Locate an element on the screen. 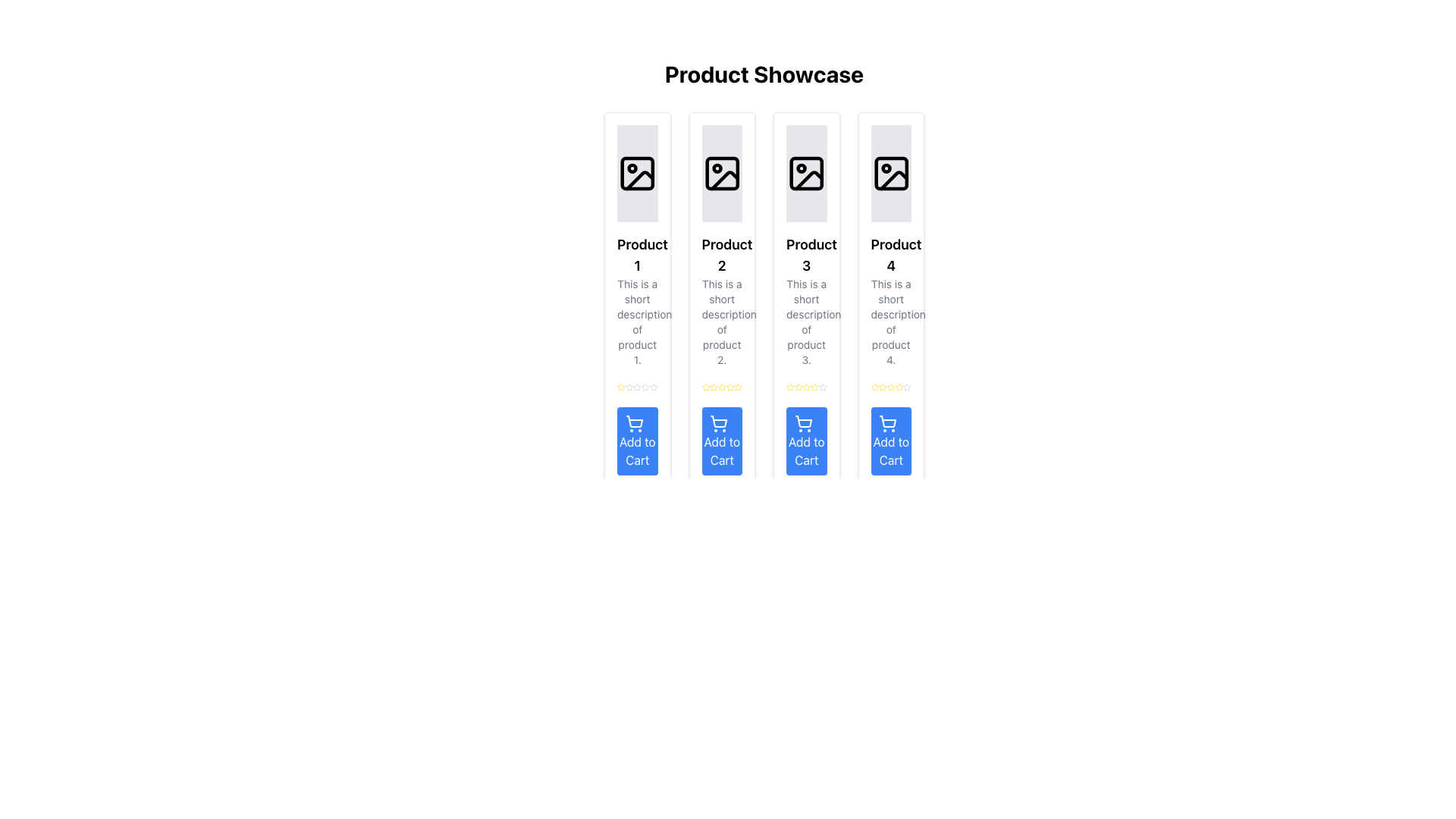 Image resolution: width=1456 pixels, height=819 pixels. the center star icon in the rating group of five stars, where the first star is yellow and the rest are light gray, located within the 'Product 1' card is located at coordinates (637, 386).